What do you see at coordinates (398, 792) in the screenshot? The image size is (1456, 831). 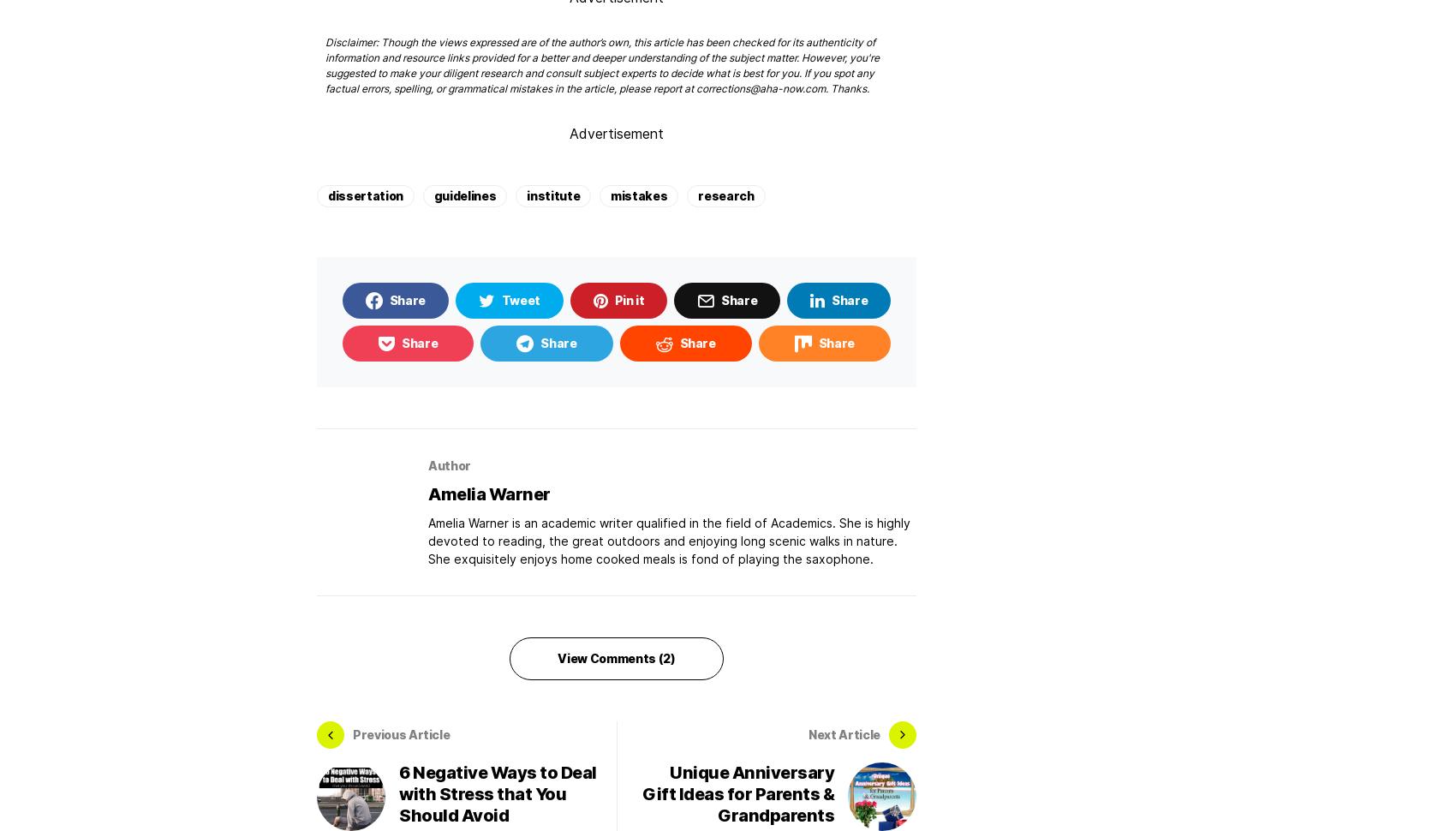 I see `'6 Negative Ways to Deal with Stress that You Should Avoid'` at bounding box center [398, 792].